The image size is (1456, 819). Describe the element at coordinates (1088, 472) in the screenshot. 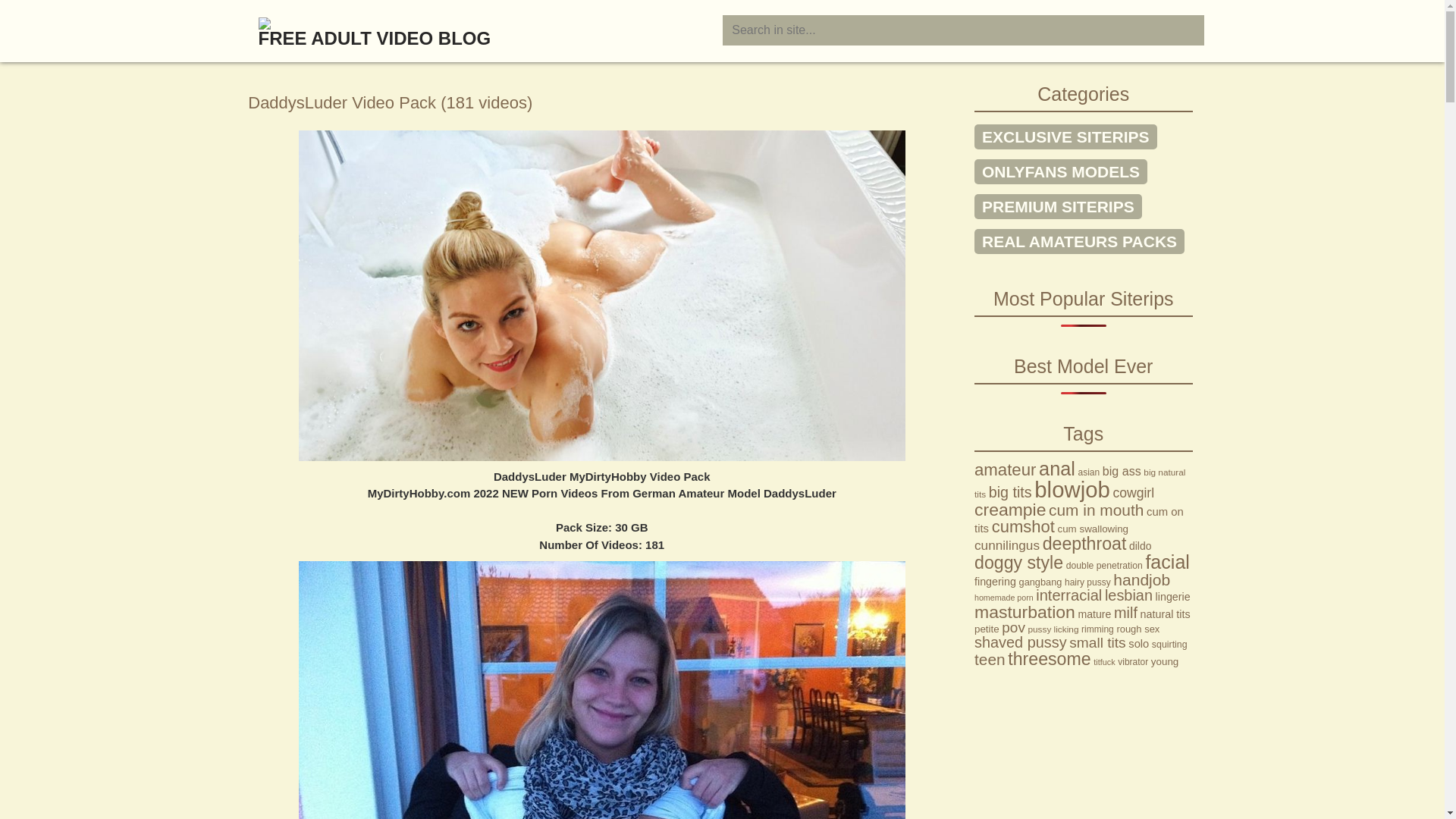

I see `'asian'` at that location.